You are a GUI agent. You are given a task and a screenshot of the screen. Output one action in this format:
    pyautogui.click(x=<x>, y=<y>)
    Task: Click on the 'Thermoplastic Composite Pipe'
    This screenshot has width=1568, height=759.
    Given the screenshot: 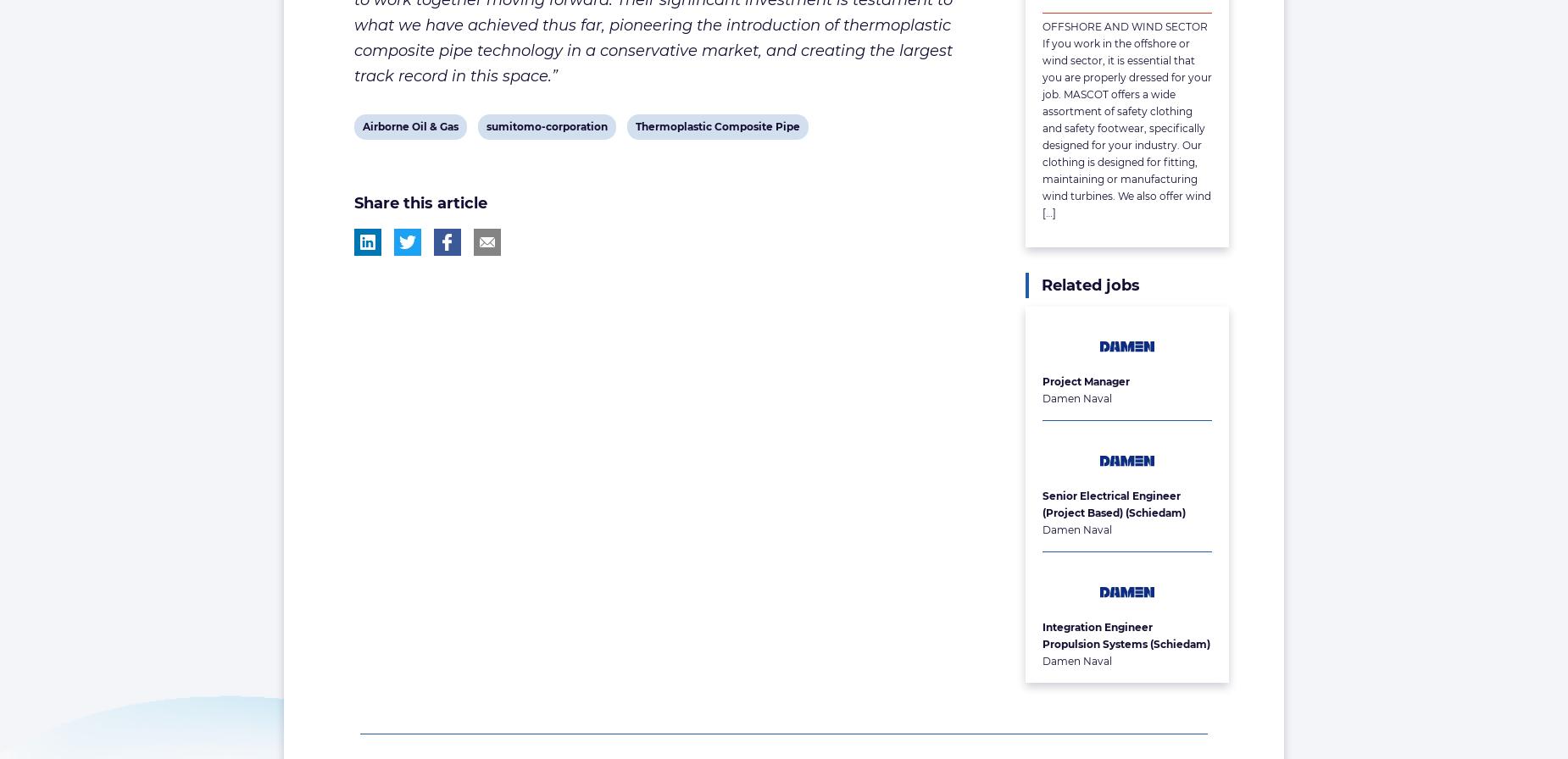 What is the action you would take?
    pyautogui.click(x=717, y=125)
    